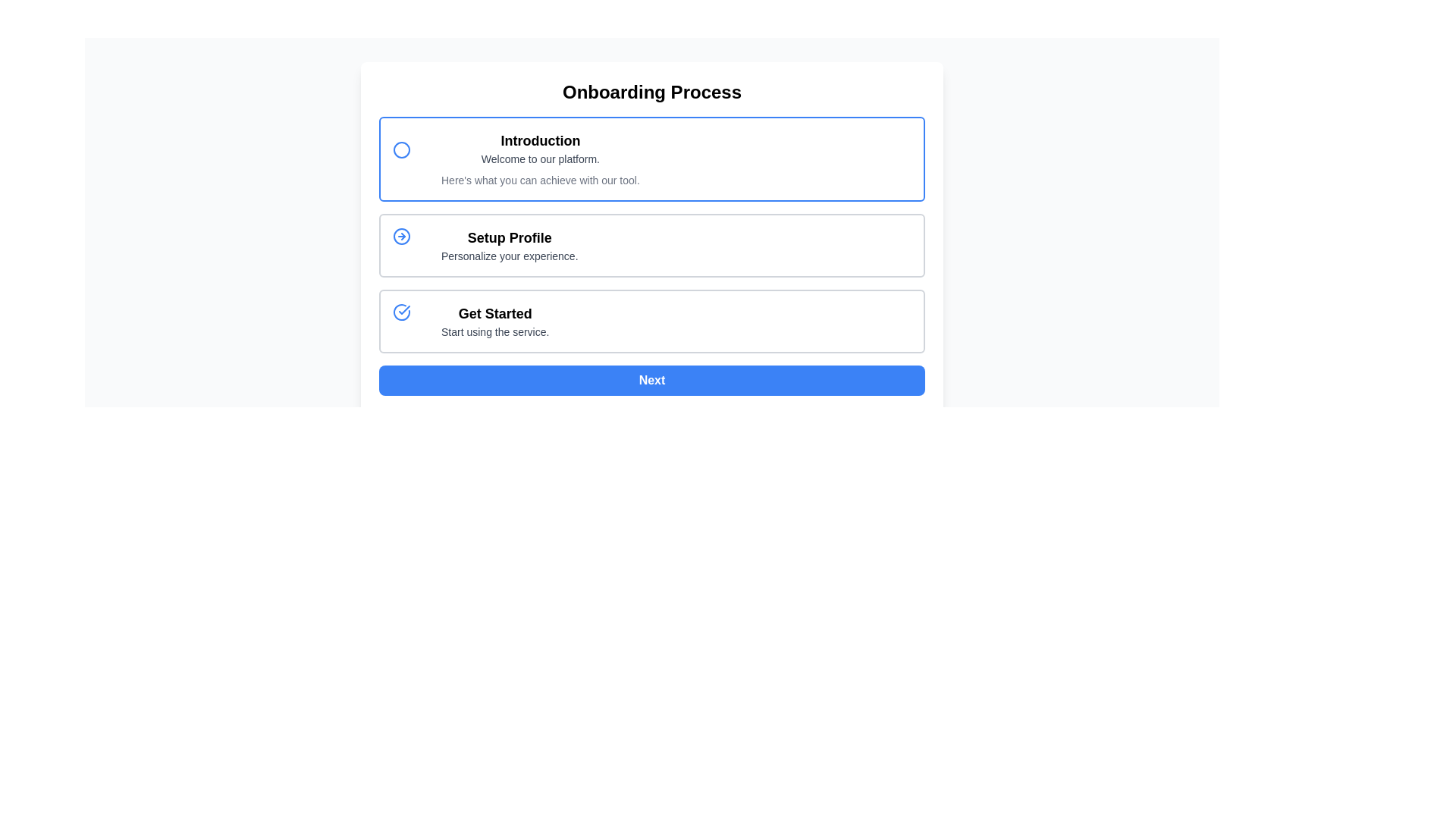 The height and width of the screenshot is (819, 1456). What do you see at coordinates (651, 93) in the screenshot?
I see `the header text element displaying 'Onboarding Process', which is in a large, bold font at the top of the content card` at bounding box center [651, 93].